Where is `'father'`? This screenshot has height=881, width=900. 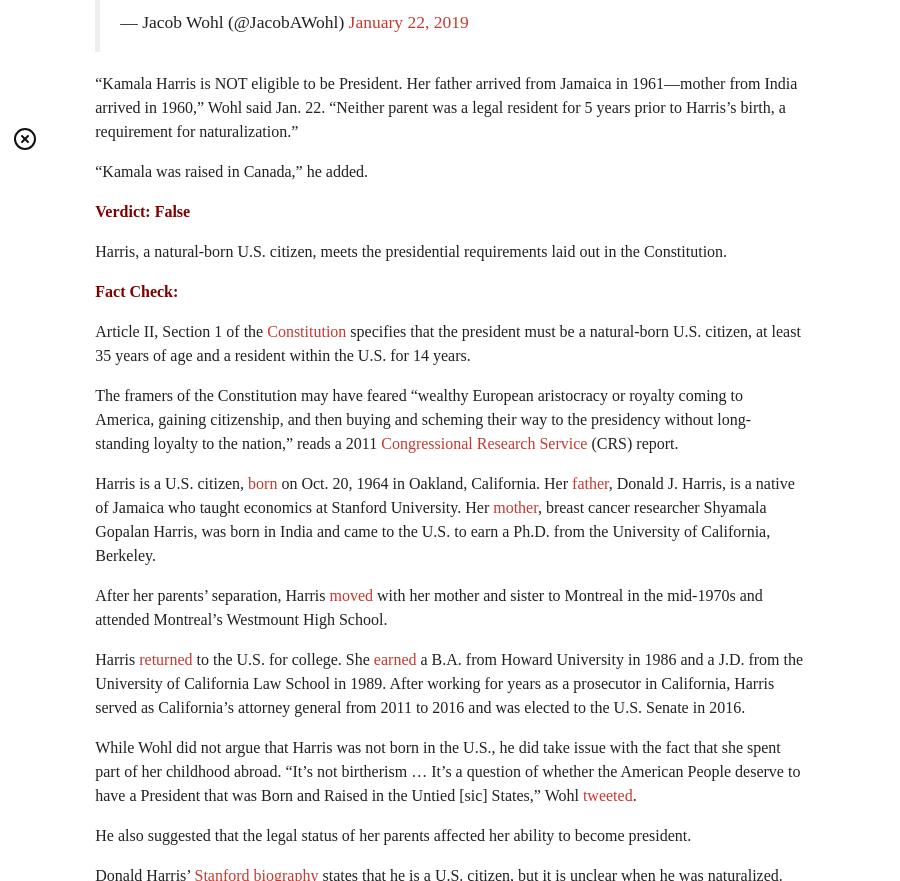 'father' is located at coordinates (590, 482).